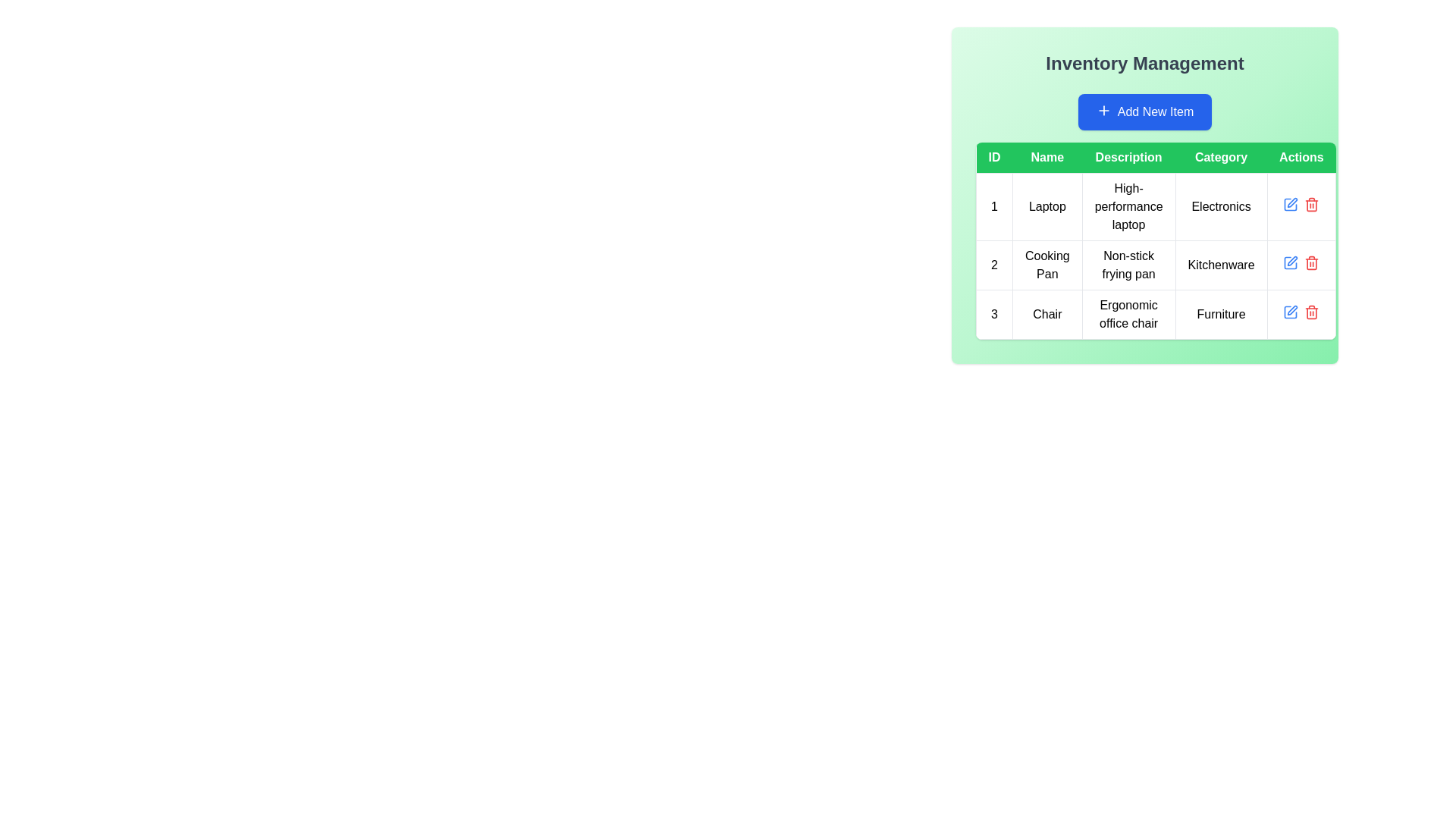  Describe the element at coordinates (1290, 311) in the screenshot. I see `the editing icon button, which resembles a square with a pen crossing diagonally, located in the 'Actions' column of the last row in the data table, to initiate editing` at that location.